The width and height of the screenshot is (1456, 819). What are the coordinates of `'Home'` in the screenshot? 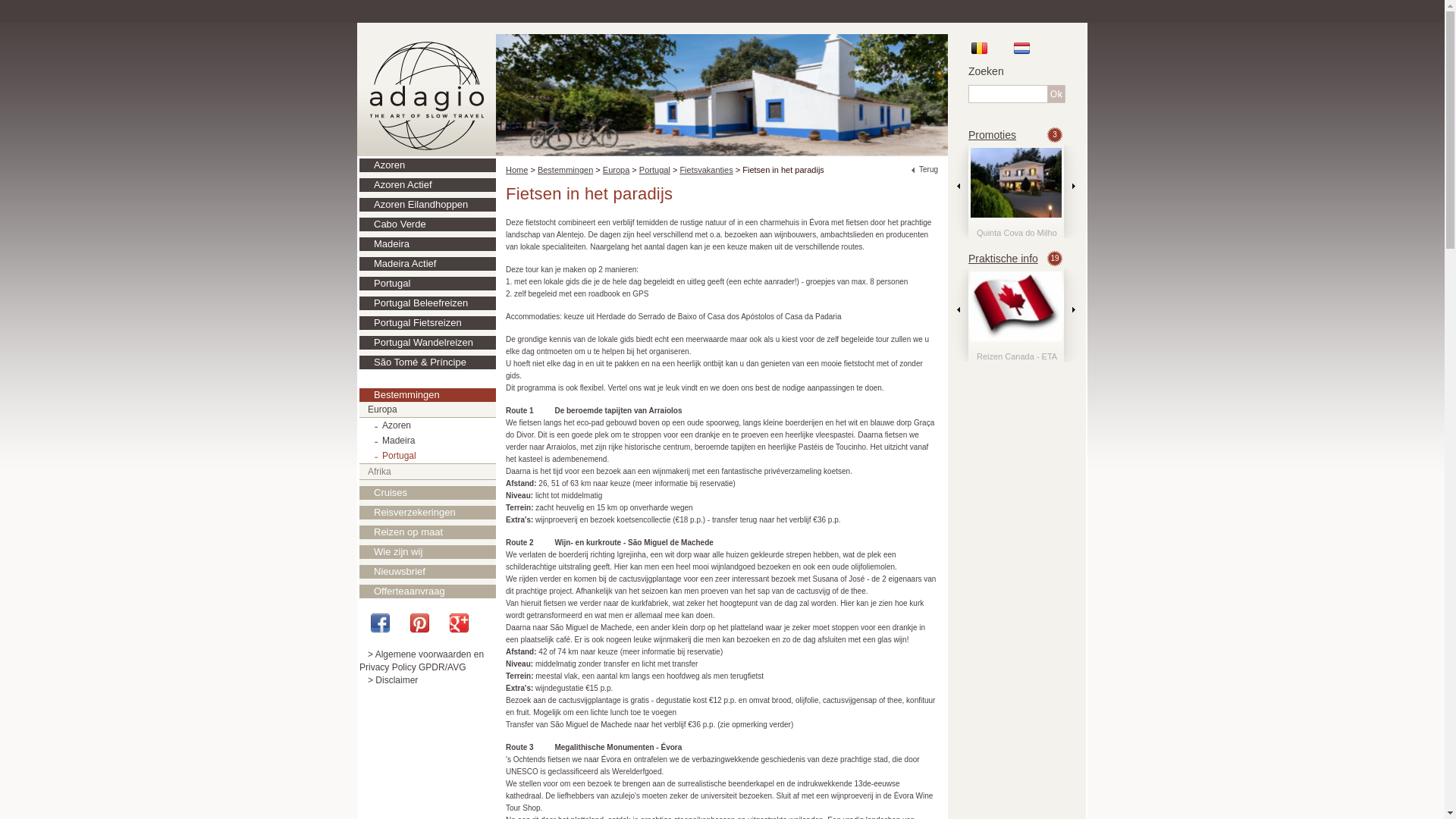 It's located at (516, 169).